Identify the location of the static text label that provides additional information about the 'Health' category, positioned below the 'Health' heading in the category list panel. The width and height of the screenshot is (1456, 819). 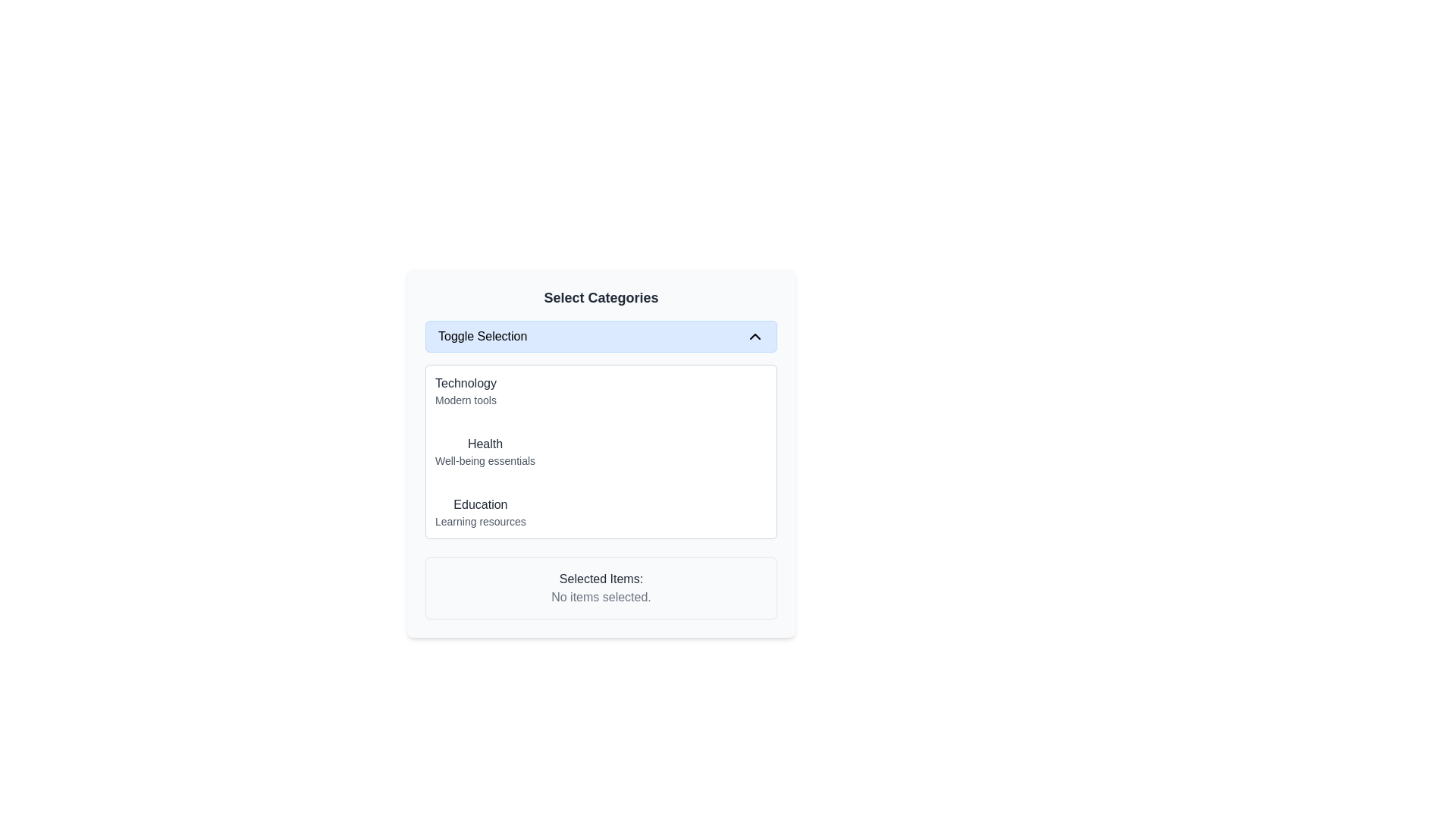
(484, 460).